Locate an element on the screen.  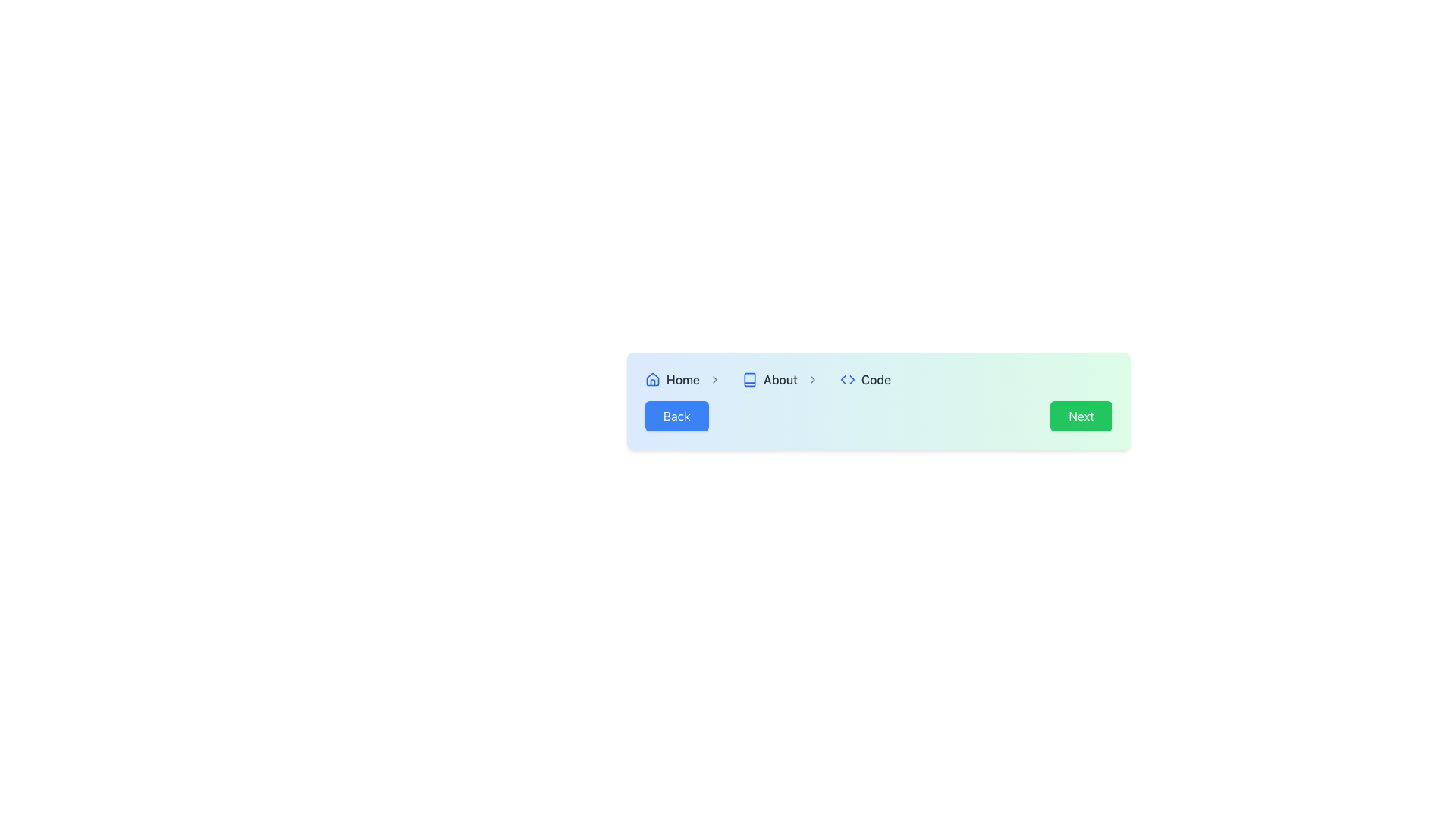
the 'Next' button located at the bottom-right of the interface is located at coordinates (1081, 416).